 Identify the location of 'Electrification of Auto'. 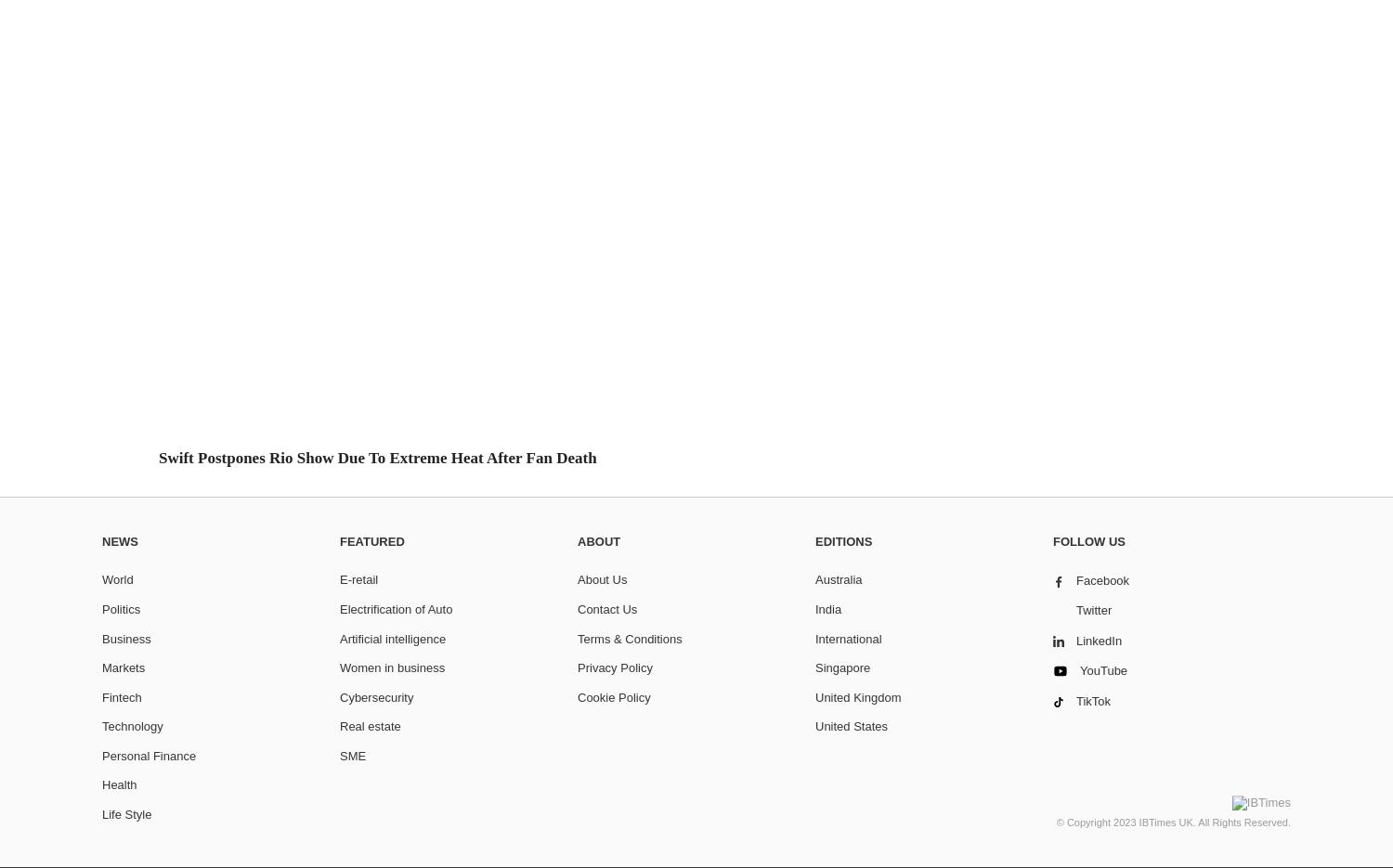
(339, 608).